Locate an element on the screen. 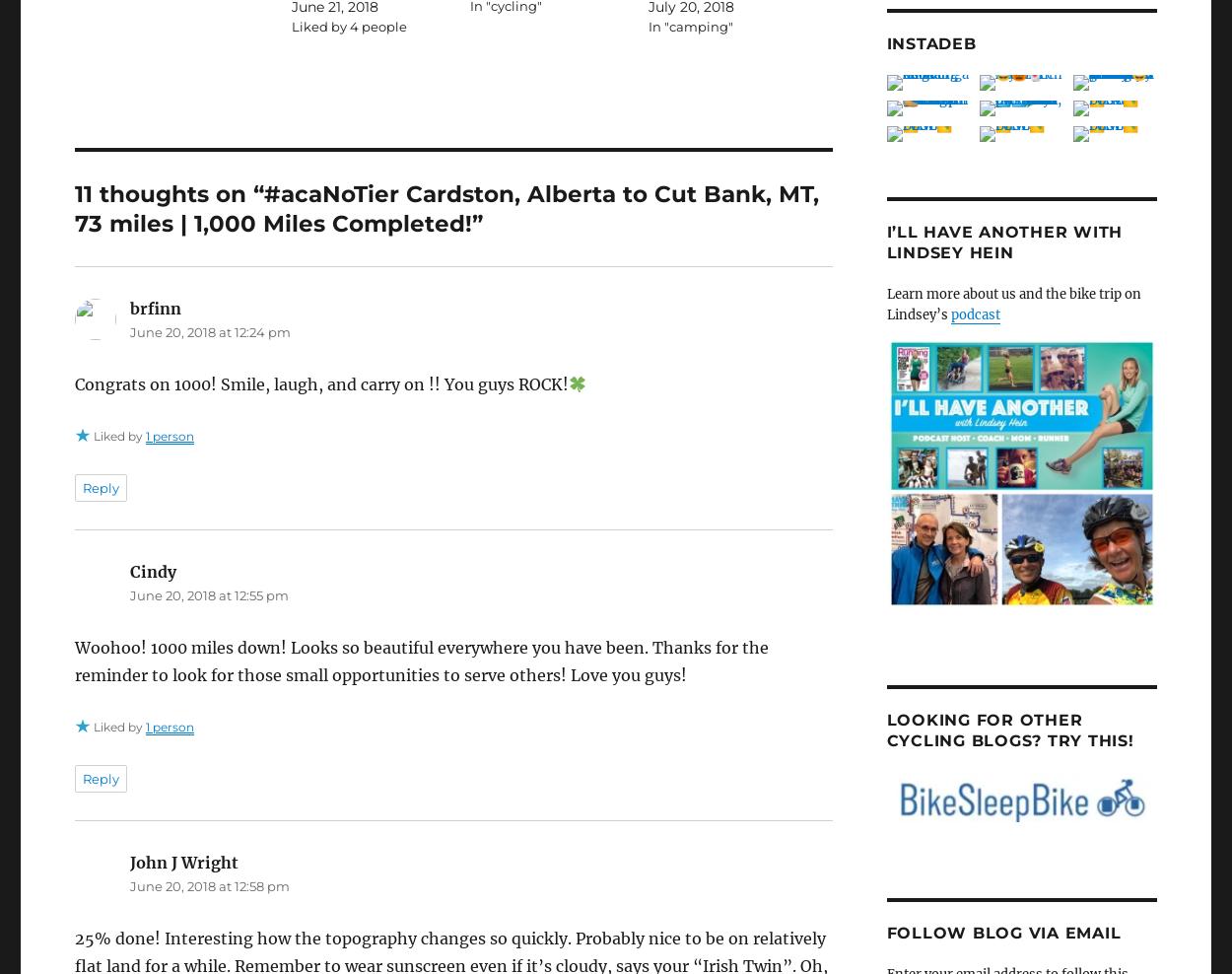 The width and height of the screenshot is (1232, 974). 'June 20, 2018 at 12:24 pm' is located at coordinates (208, 331).